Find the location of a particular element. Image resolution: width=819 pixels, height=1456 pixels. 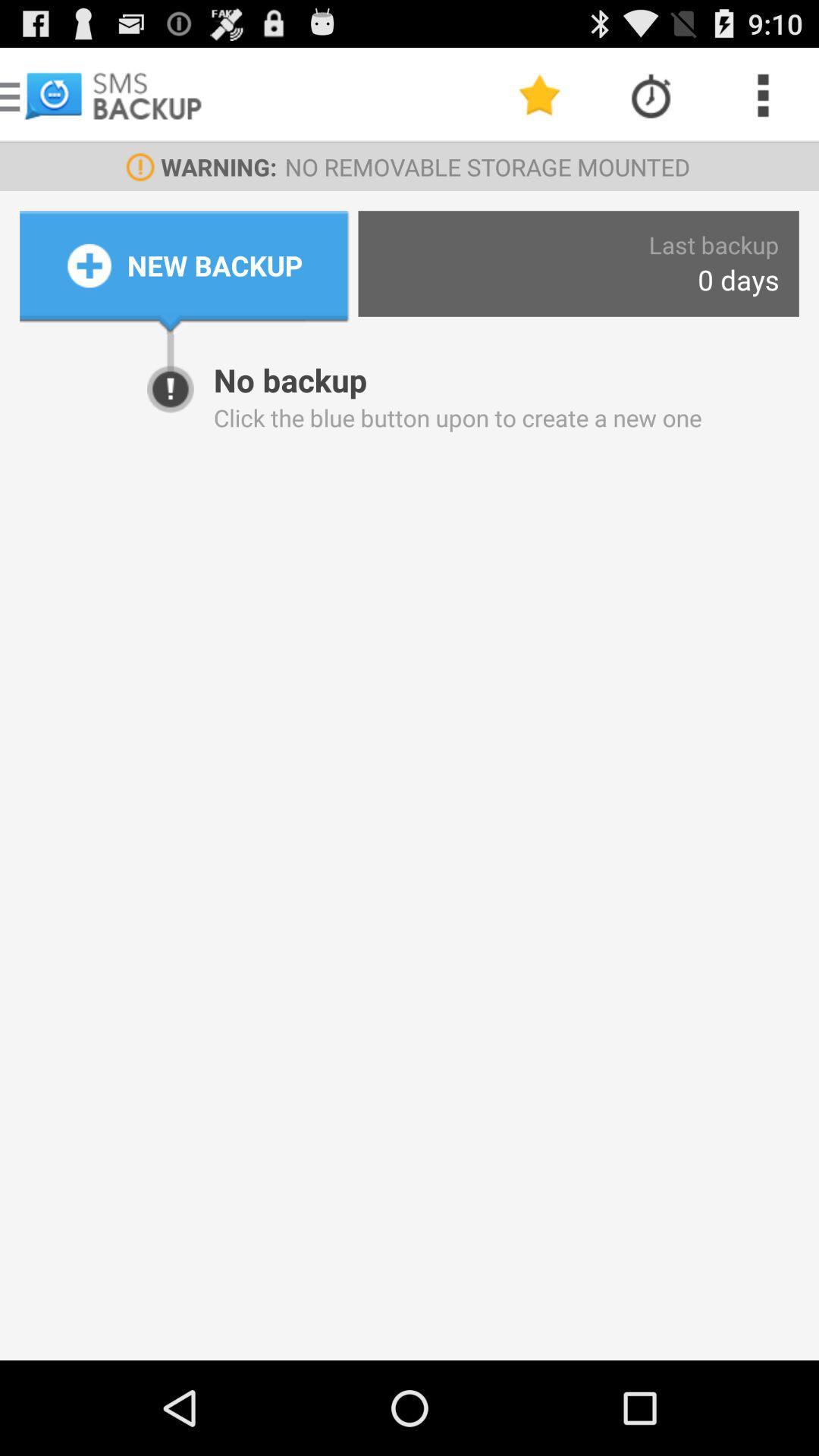

the app next to no backup item is located at coordinates (170, 345).